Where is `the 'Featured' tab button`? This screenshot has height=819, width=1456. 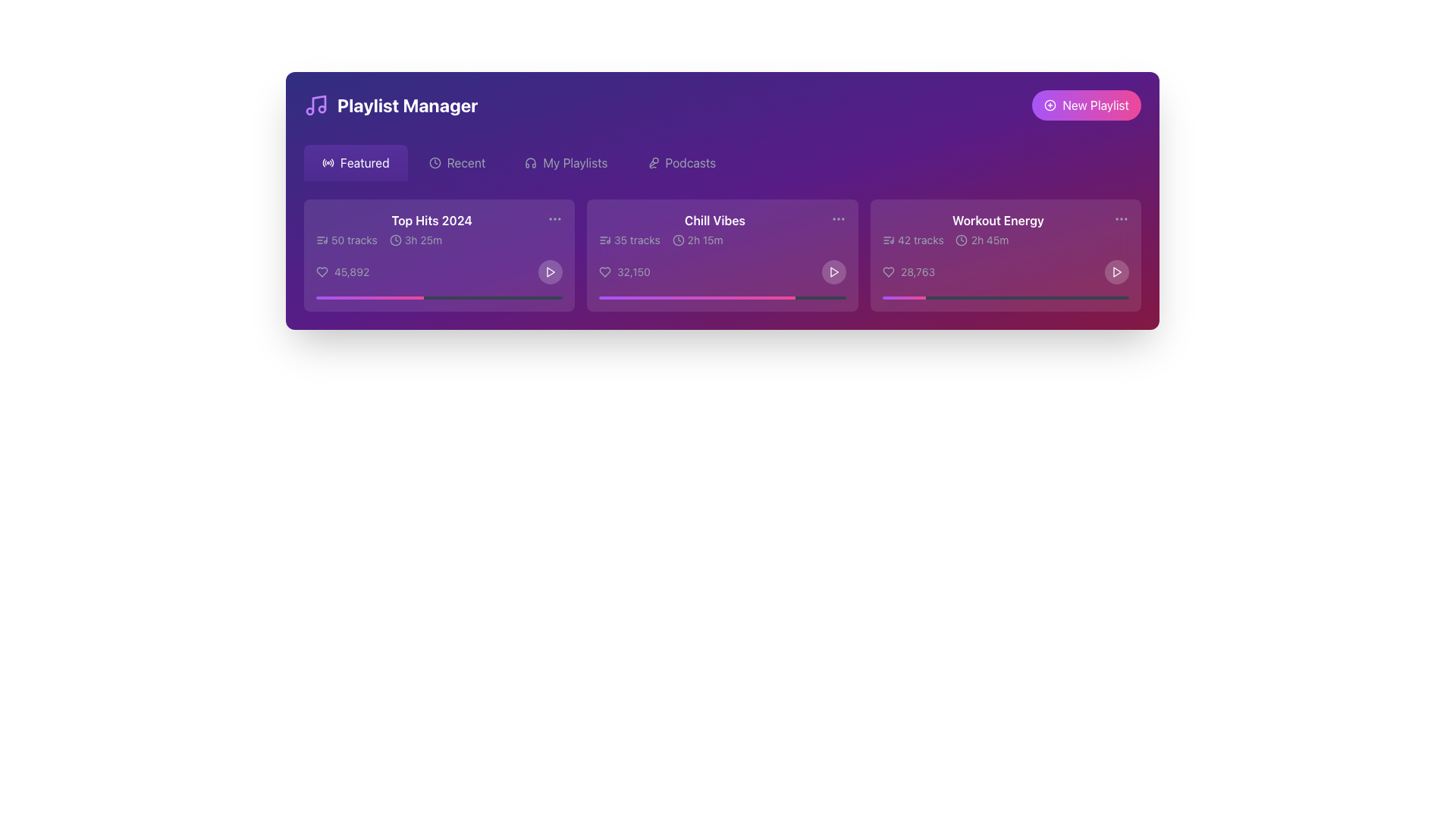 the 'Featured' tab button is located at coordinates (355, 163).